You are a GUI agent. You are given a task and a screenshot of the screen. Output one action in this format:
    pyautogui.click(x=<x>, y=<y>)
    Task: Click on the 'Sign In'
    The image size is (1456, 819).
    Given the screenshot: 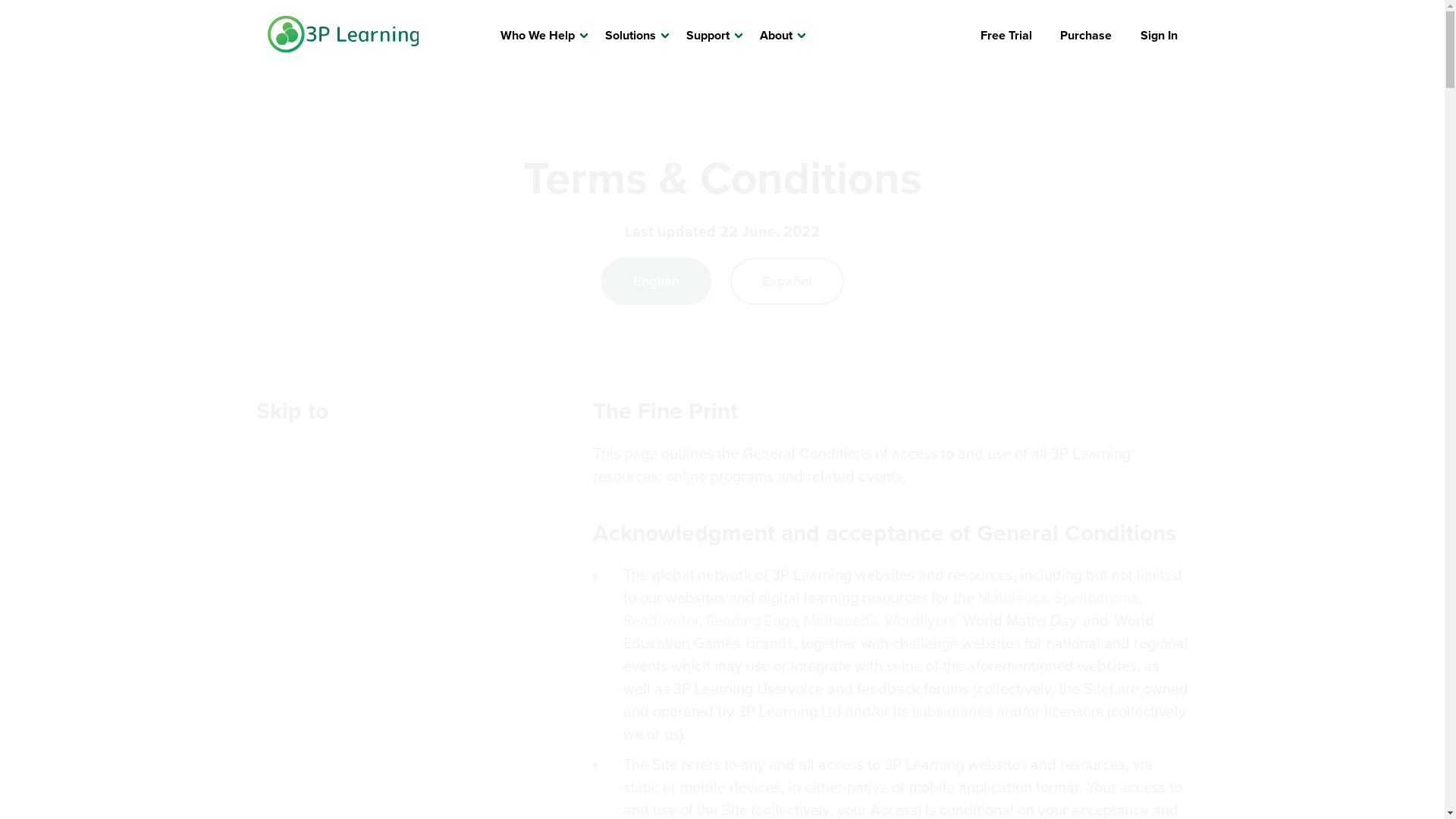 What is the action you would take?
    pyautogui.click(x=1140, y=34)
    